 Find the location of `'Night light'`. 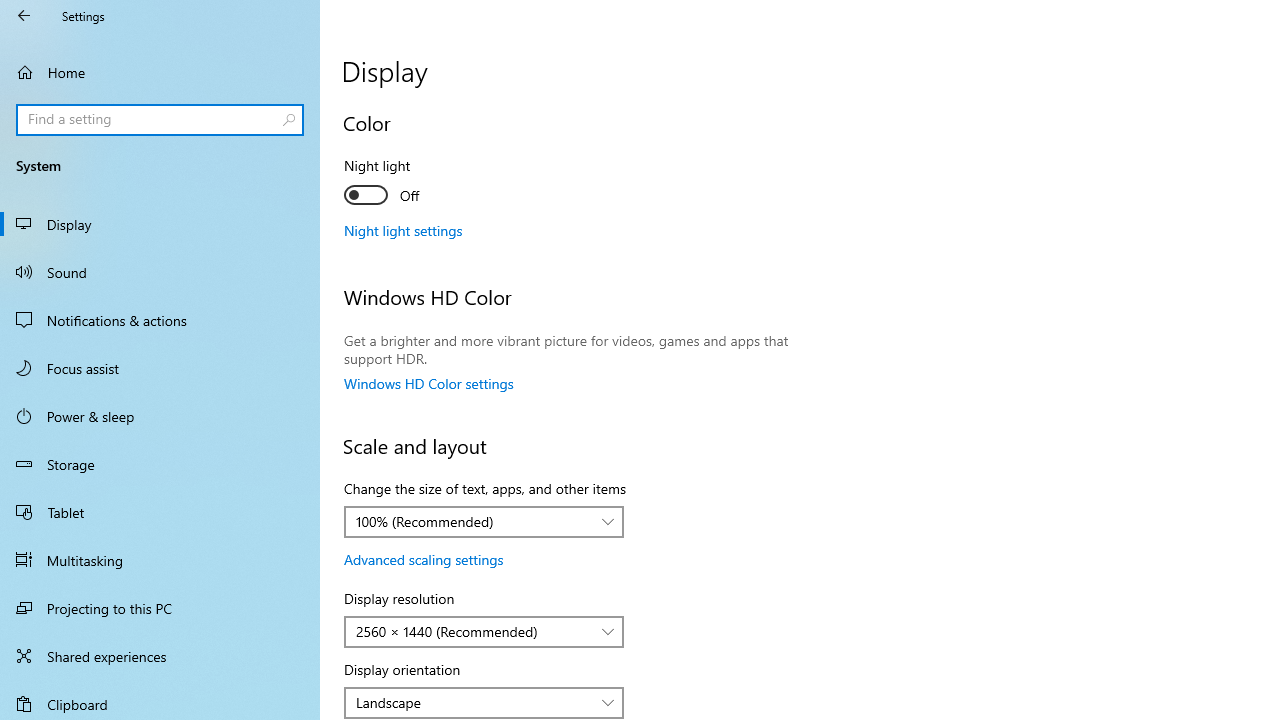

'Night light' is located at coordinates (416, 183).